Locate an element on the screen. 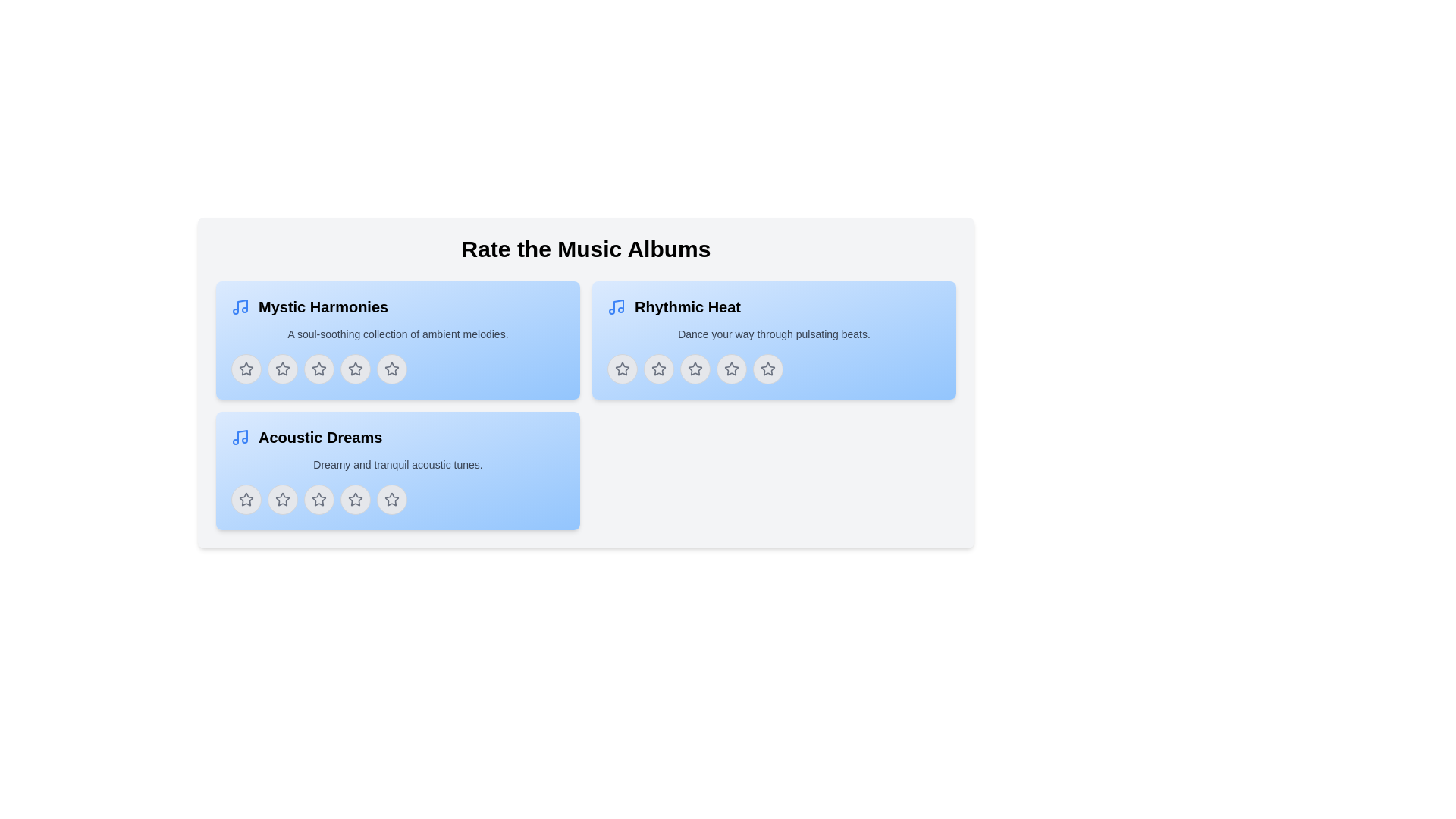 This screenshot has height=819, width=1456. the circular button with a star icon, which is the first rating button under the 'Rhythmic Heat' music album card in the second column of the album grid is located at coordinates (622, 369).